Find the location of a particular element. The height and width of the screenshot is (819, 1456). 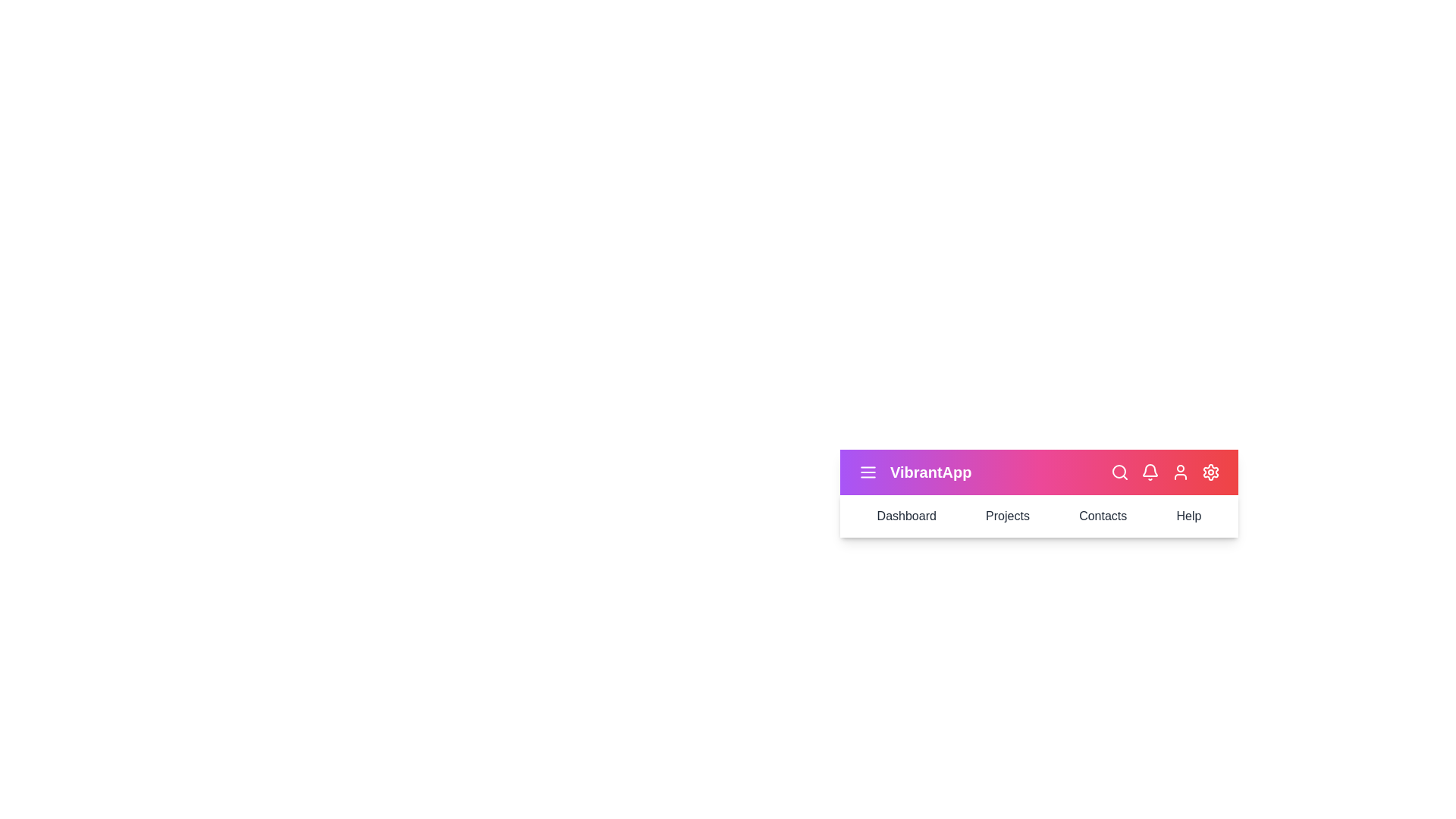

the search icon in the header is located at coordinates (1120, 472).